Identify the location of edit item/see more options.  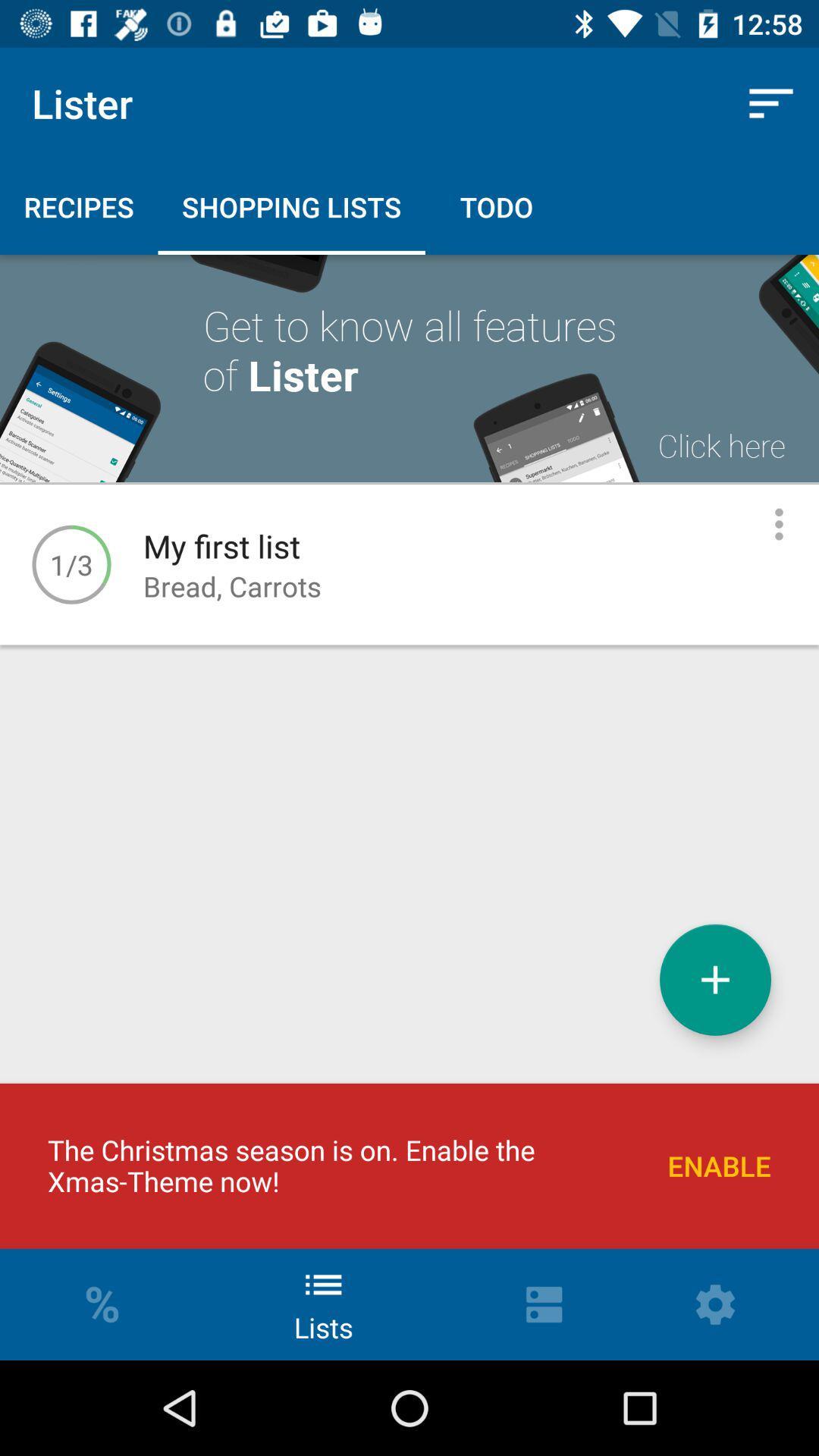
(779, 524).